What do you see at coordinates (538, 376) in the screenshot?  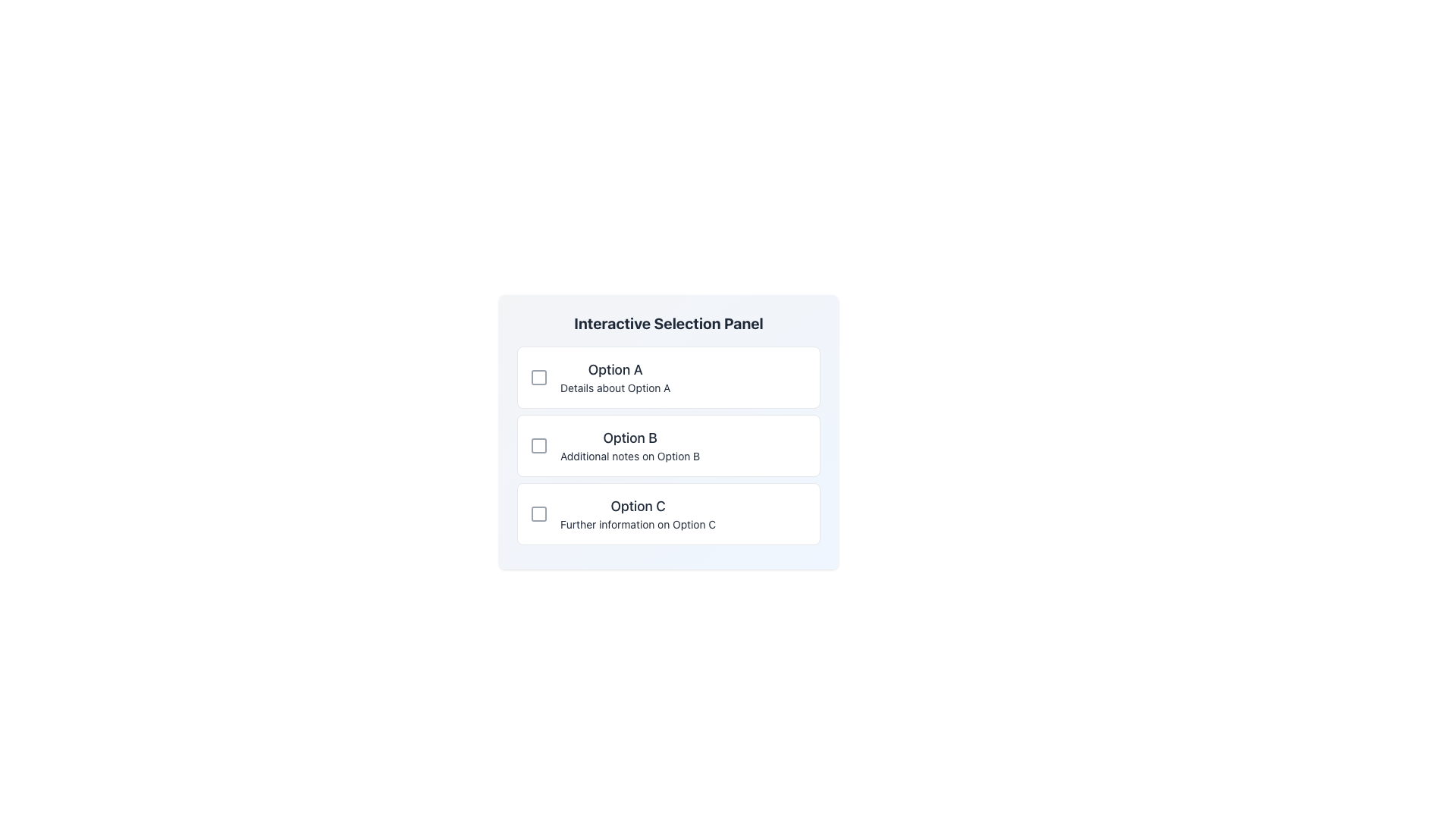 I see `the unselected square checkbox located in the left section of 'Option A'` at bounding box center [538, 376].